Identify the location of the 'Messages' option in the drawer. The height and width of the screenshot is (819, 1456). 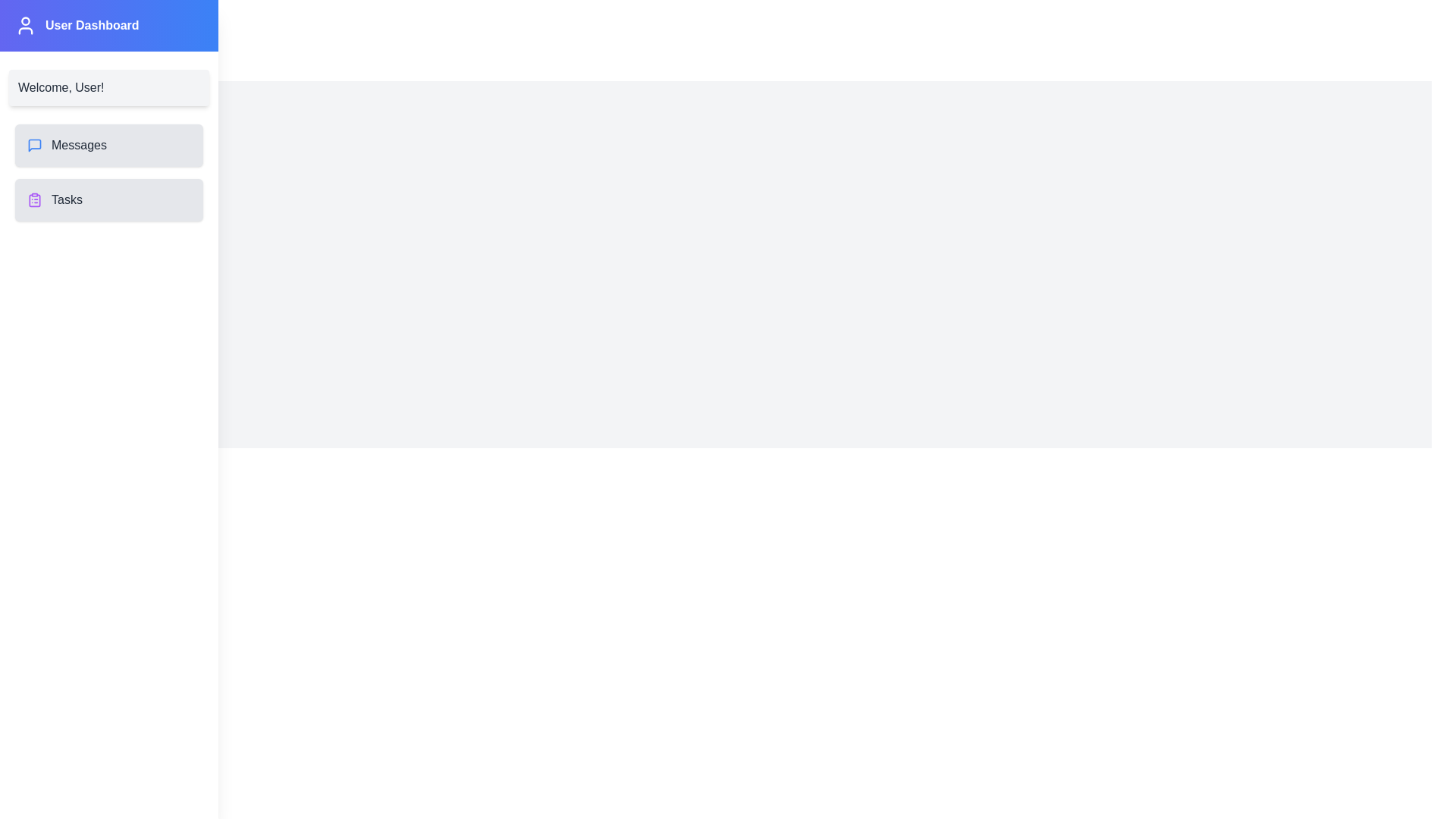
(108, 146).